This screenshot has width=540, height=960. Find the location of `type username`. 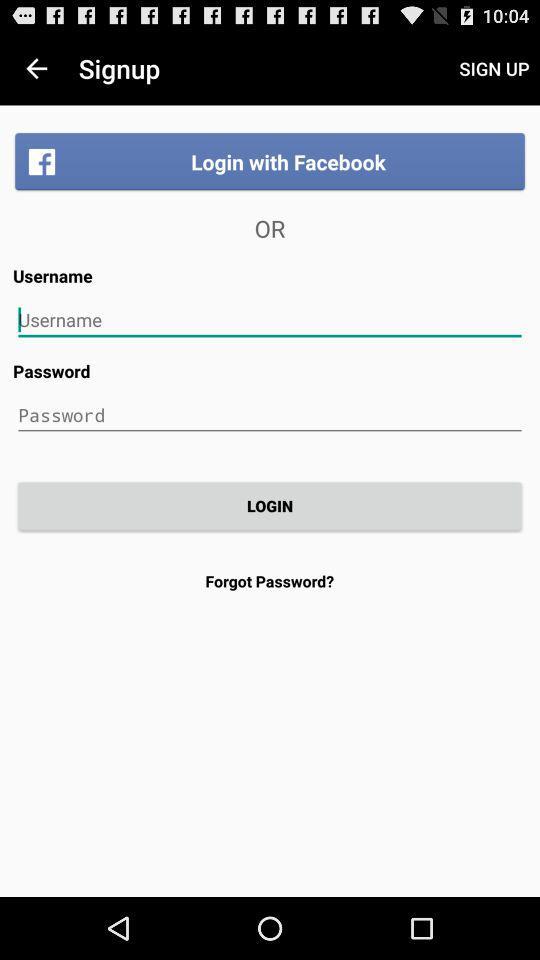

type username is located at coordinates (270, 320).